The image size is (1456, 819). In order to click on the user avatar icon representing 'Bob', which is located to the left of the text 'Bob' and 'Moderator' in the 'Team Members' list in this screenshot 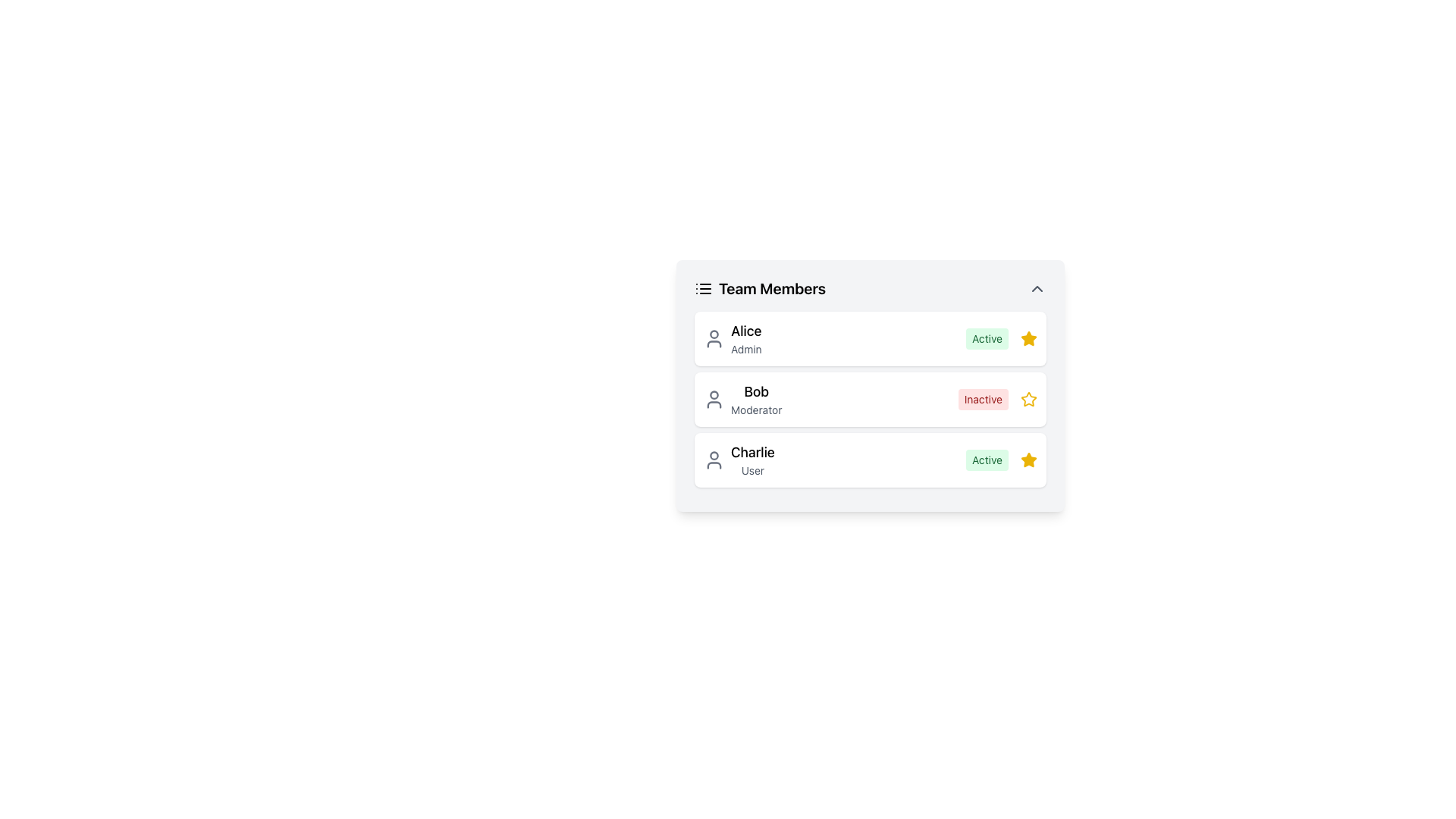, I will do `click(713, 399)`.